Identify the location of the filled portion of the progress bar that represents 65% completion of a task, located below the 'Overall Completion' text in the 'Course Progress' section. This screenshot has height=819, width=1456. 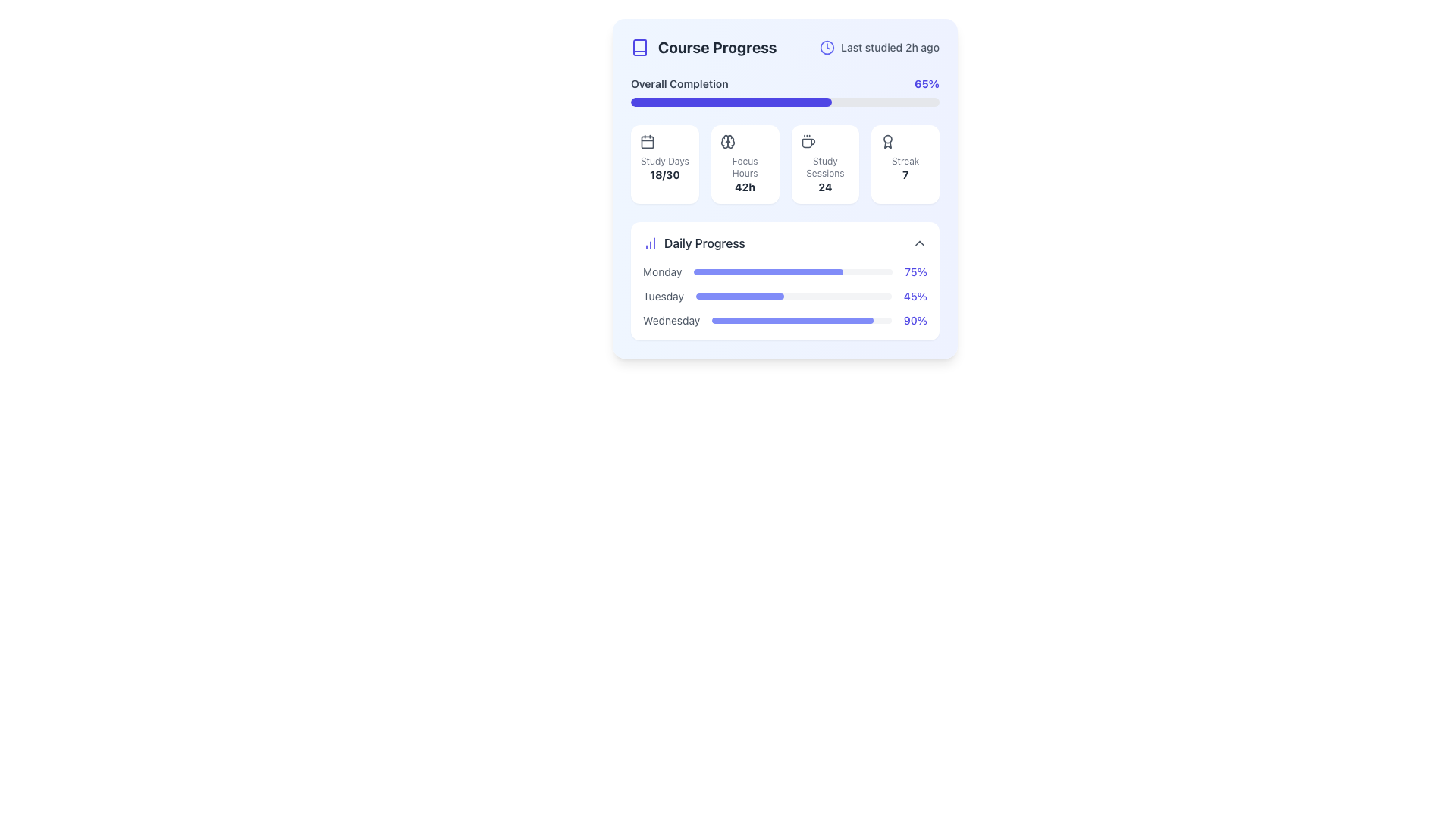
(731, 102).